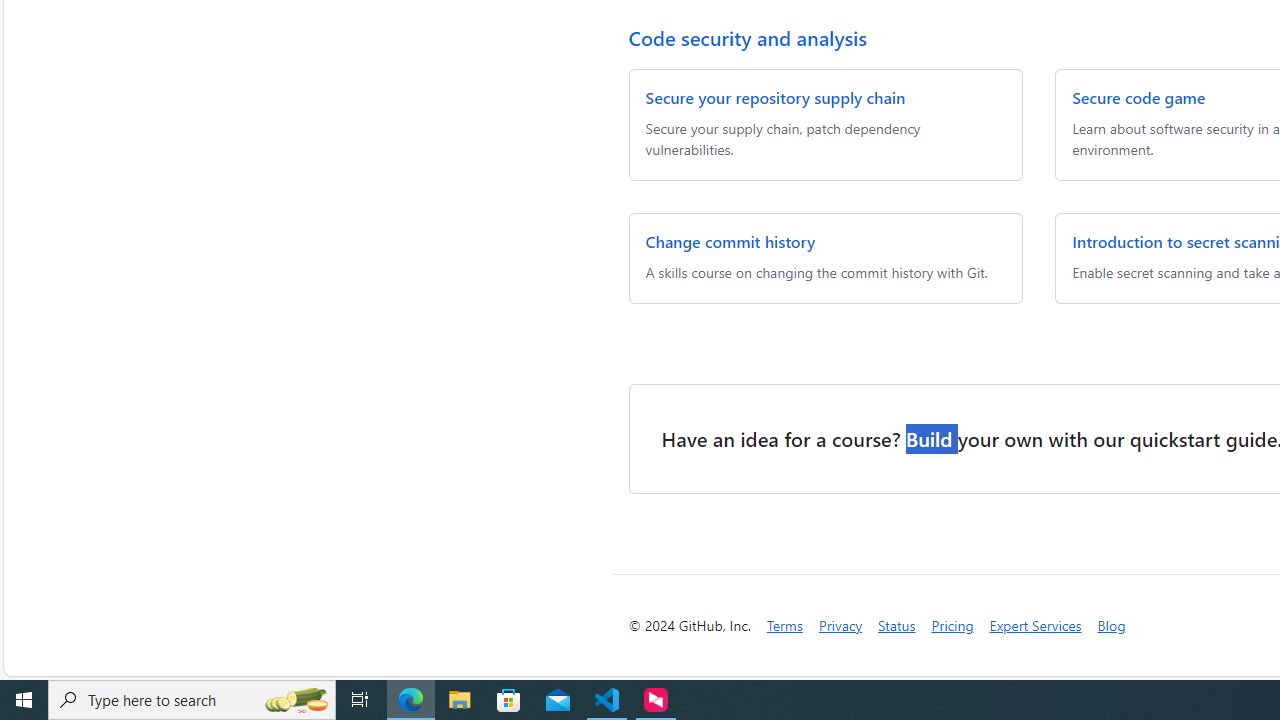 The width and height of the screenshot is (1280, 720). What do you see at coordinates (1110, 624) in the screenshot?
I see `'Blog'` at bounding box center [1110, 624].